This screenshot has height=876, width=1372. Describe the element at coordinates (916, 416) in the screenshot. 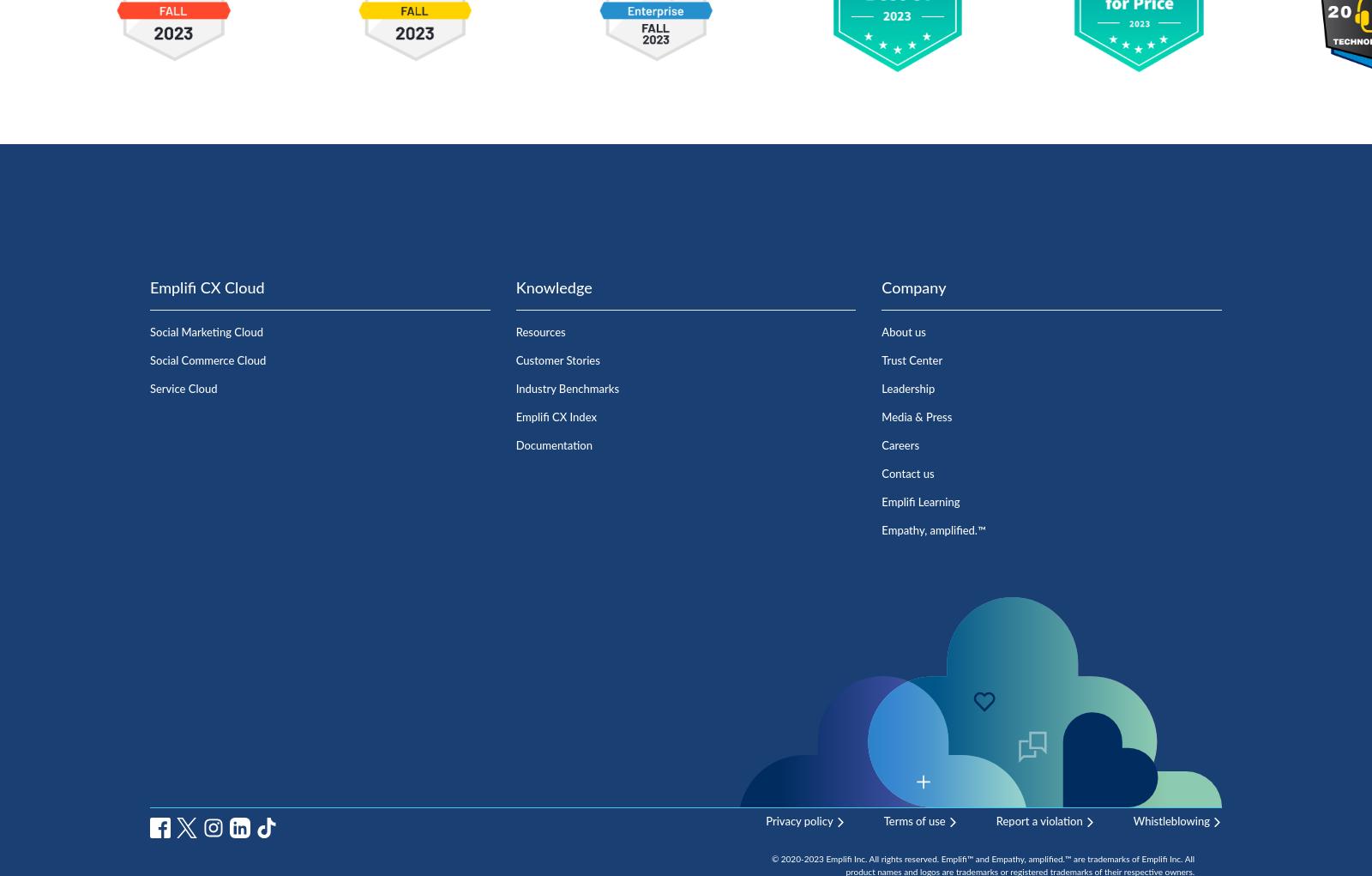

I see `'Media & Press'` at that location.